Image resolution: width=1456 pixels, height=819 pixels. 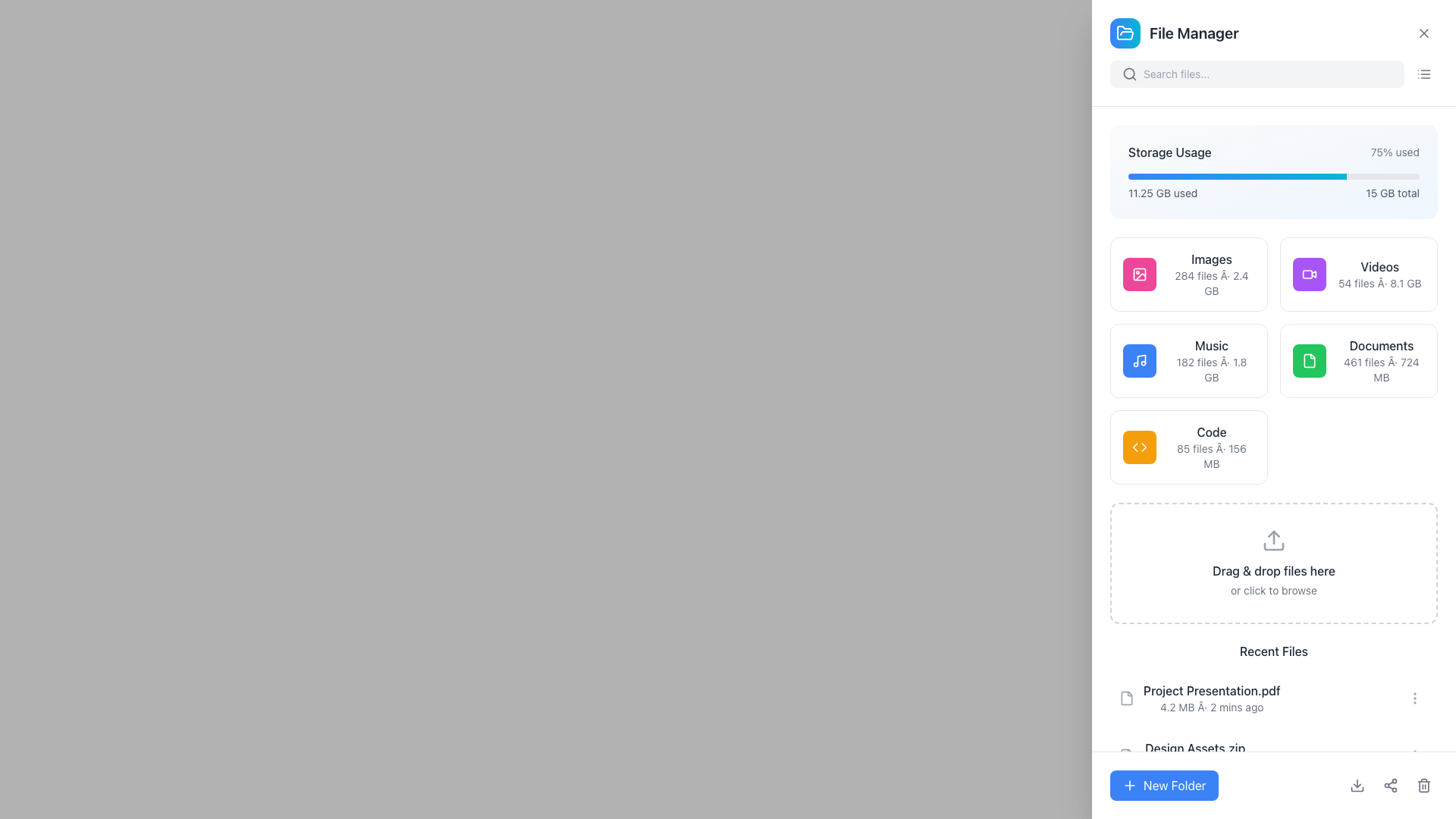 I want to click on 'Music' label text, which serves as the title for the storage category, centrally aligned in the second column of the grid layout beneath 'Storage Usage', so click(x=1211, y=345).